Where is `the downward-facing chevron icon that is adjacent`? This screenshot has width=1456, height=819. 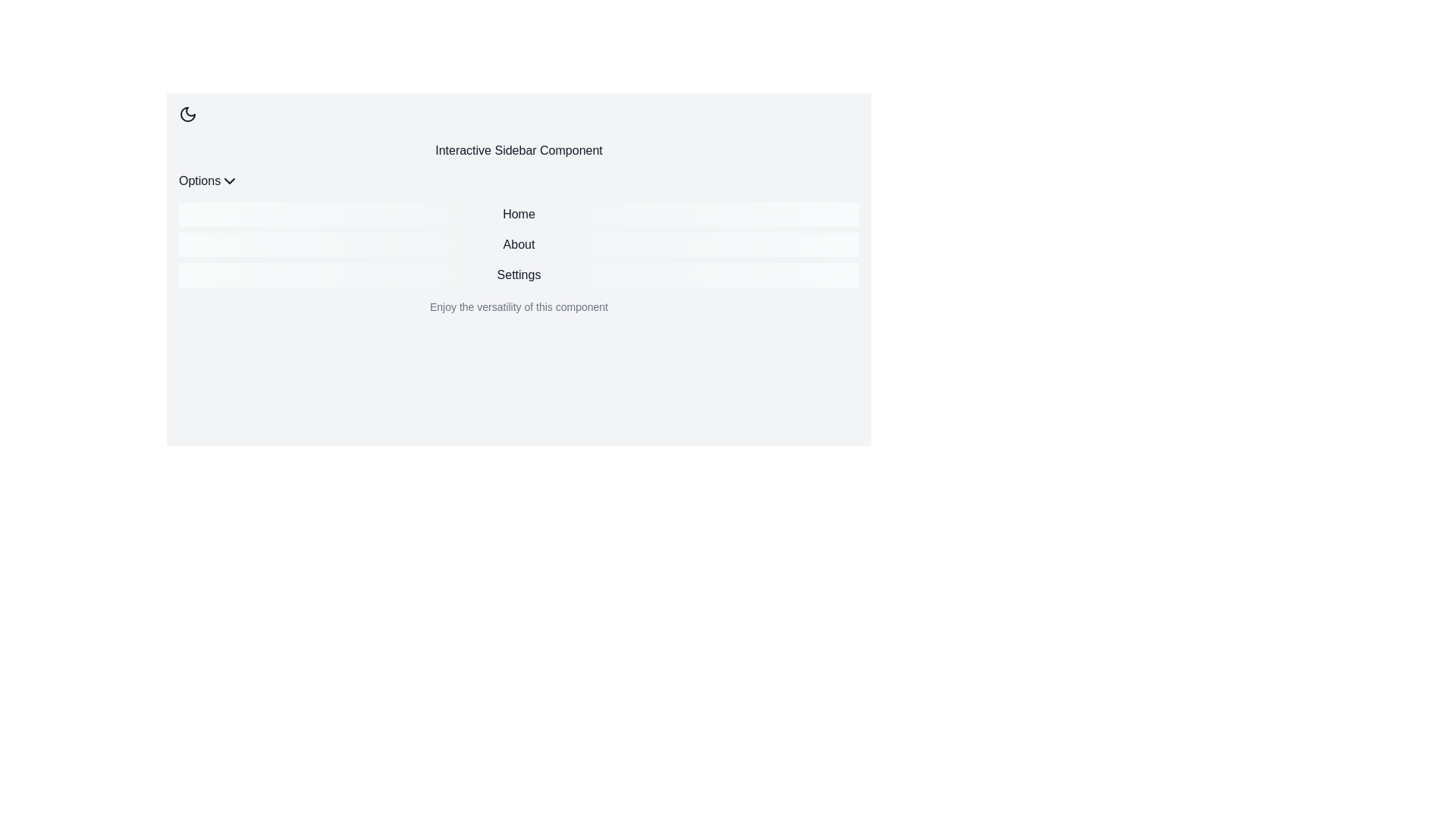
the downward-facing chevron icon that is adjacent is located at coordinates (228, 180).